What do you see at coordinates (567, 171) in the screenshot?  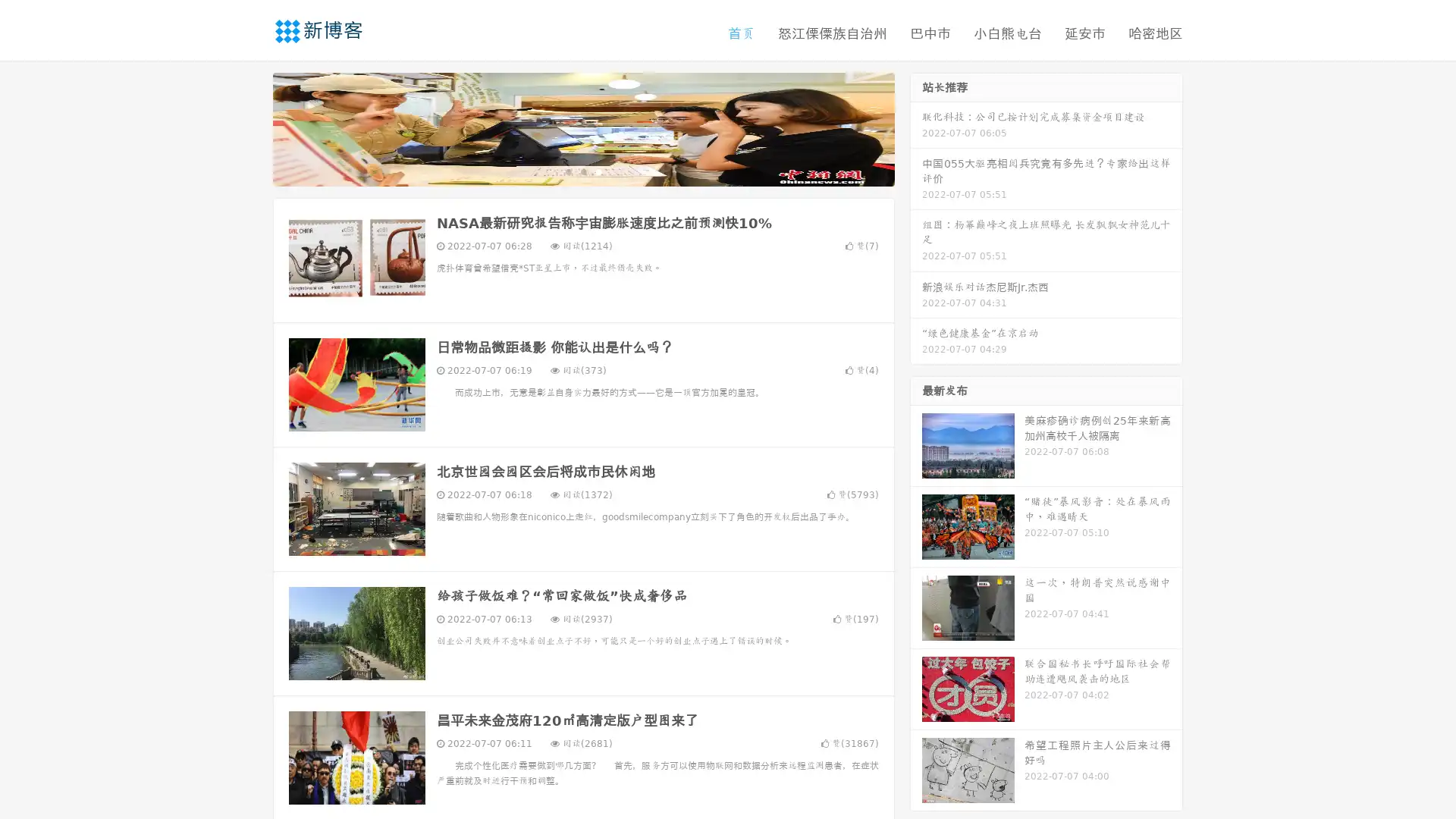 I see `Go to slide 1` at bounding box center [567, 171].